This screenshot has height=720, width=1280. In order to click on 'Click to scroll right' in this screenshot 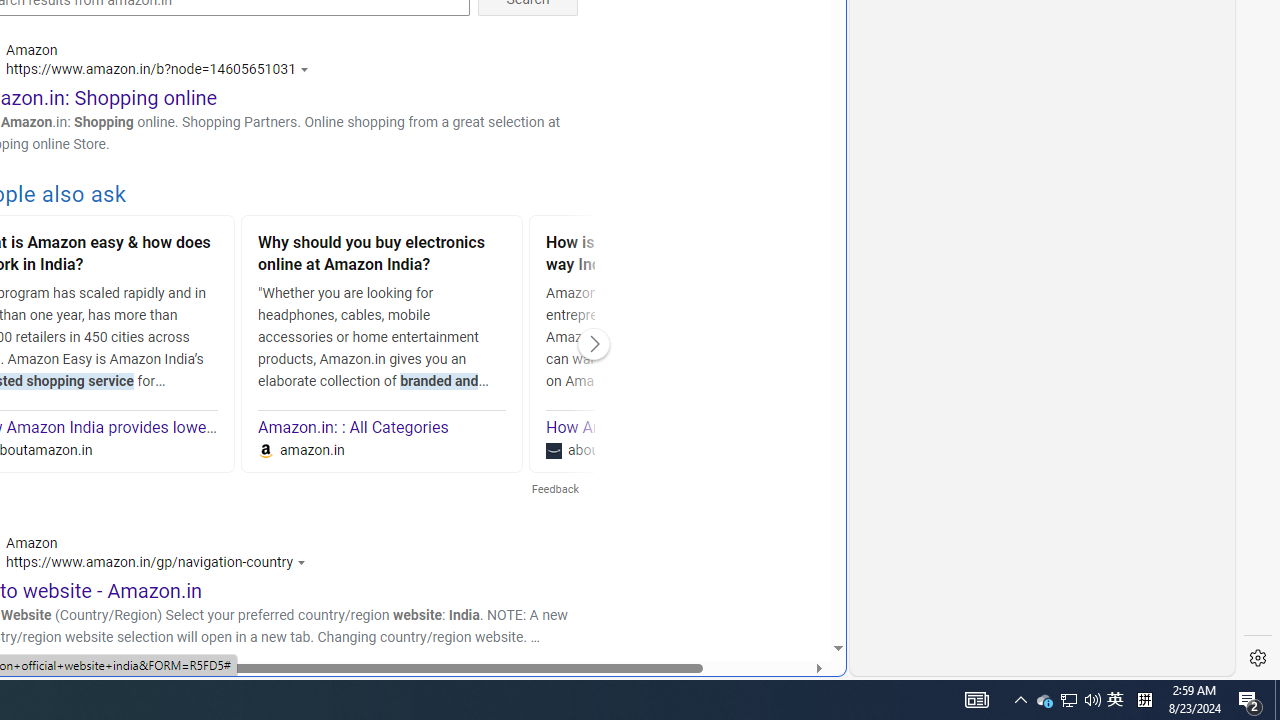, I will do `click(593, 343)`.